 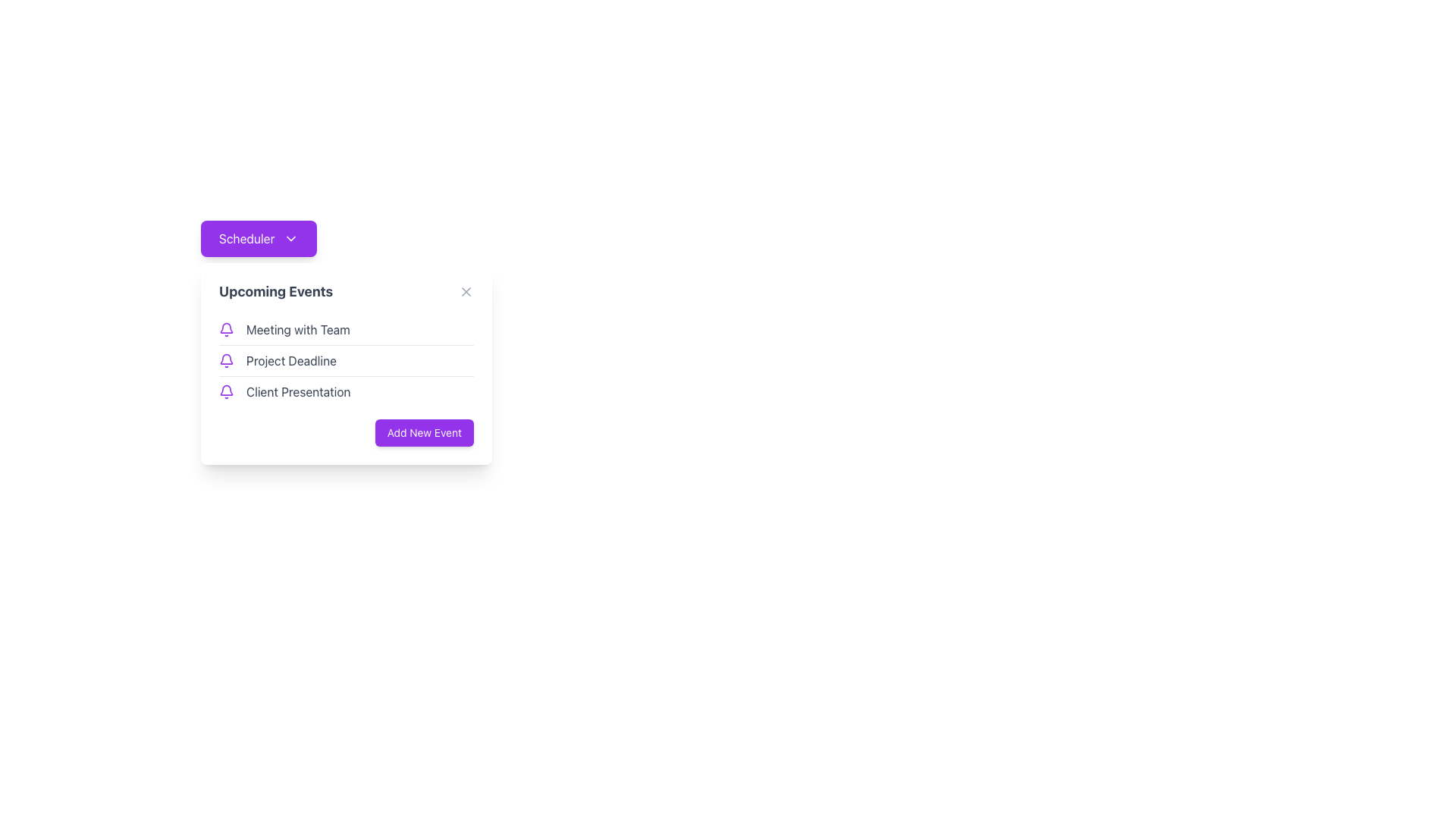 What do you see at coordinates (345, 391) in the screenshot?
I see `the purple bell icon of the 'Client Presentation' list item` at bounding box center [345, 391].